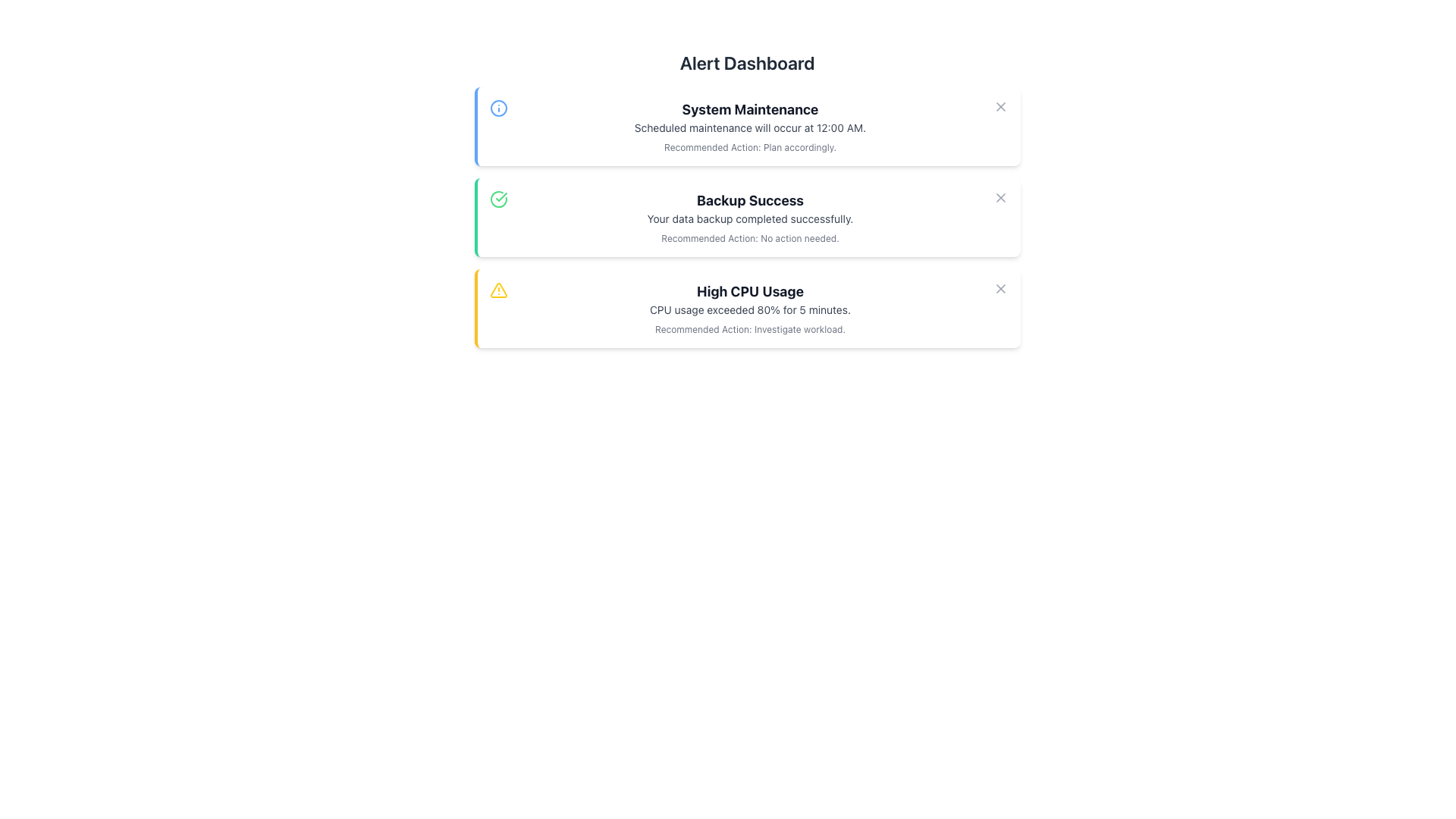 Image resolution: width=1456 pixels, height=819 pixels. What do you see at coordinates (750, 239) in the screenshot?
I see `text from the Text Label indicating that no further action is required, located at the bottom of the 'Backup Success' card in the Alert Dashboard` at bounding box center [750, 239].